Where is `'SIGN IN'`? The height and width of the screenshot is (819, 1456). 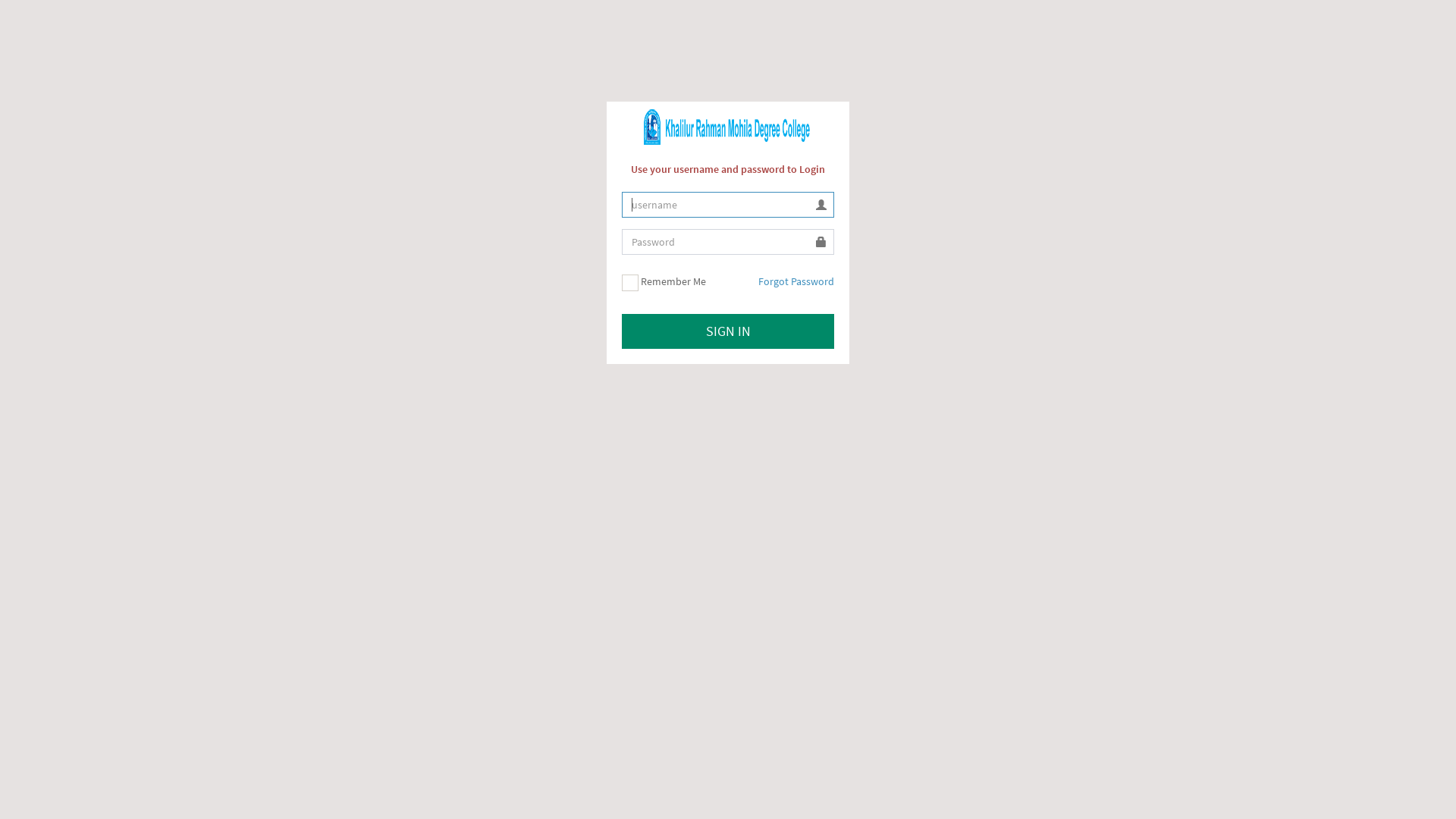
'SIGN IN' is located at coordinates (622, 330).